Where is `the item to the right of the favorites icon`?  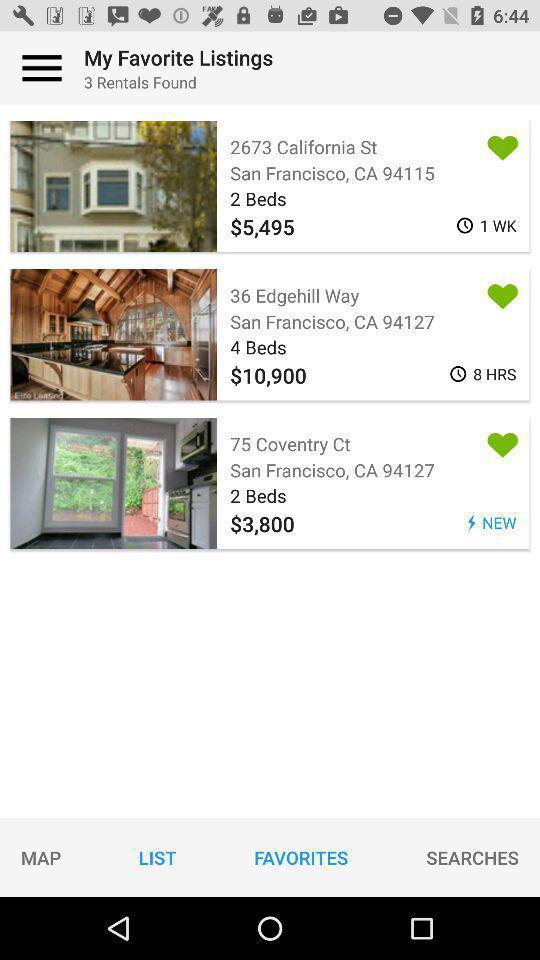
the item to the right of the favorites icon is located at coordinates (472, 856).